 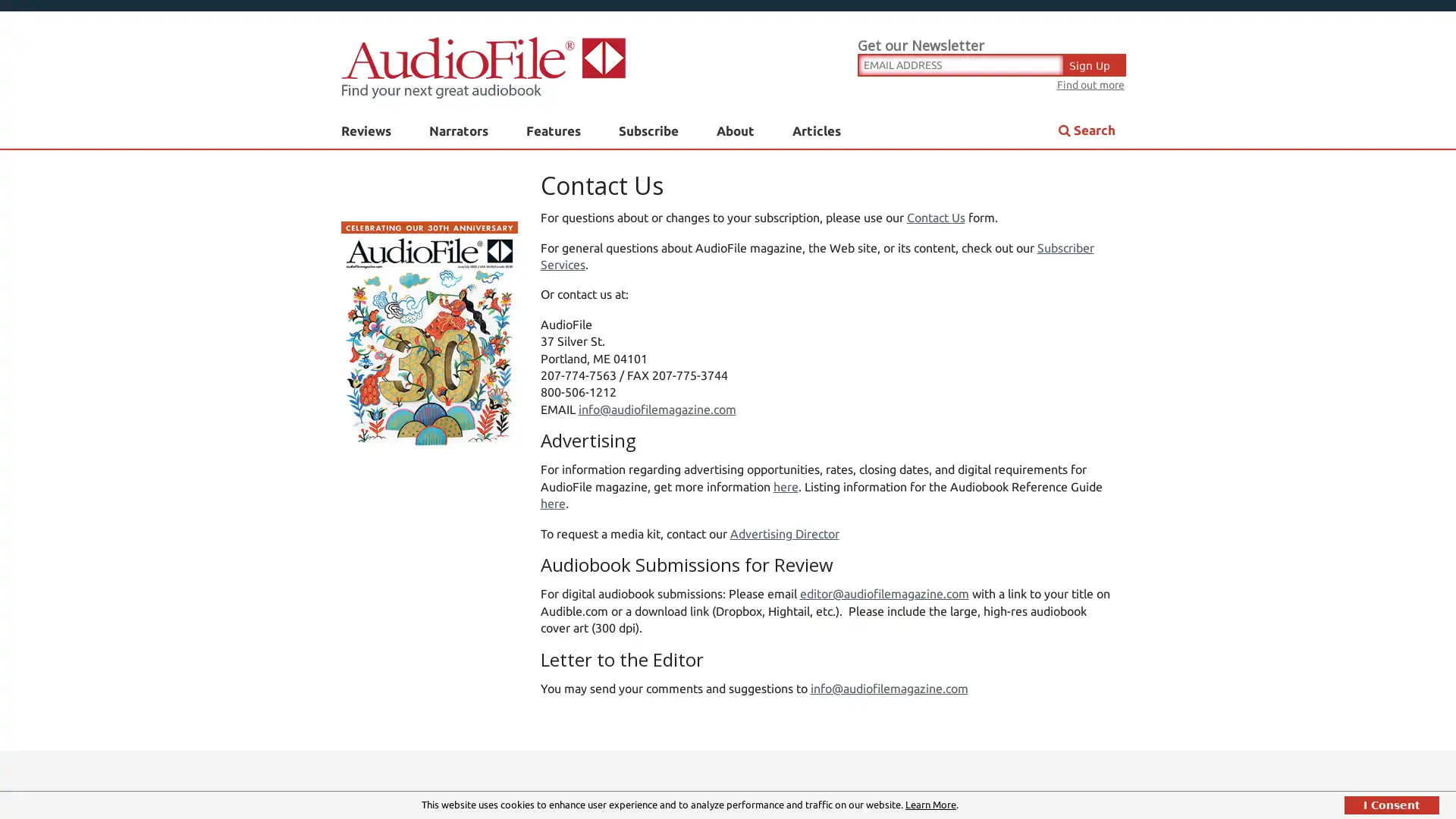 I want to click on Submit, so click(x=880, y=333).